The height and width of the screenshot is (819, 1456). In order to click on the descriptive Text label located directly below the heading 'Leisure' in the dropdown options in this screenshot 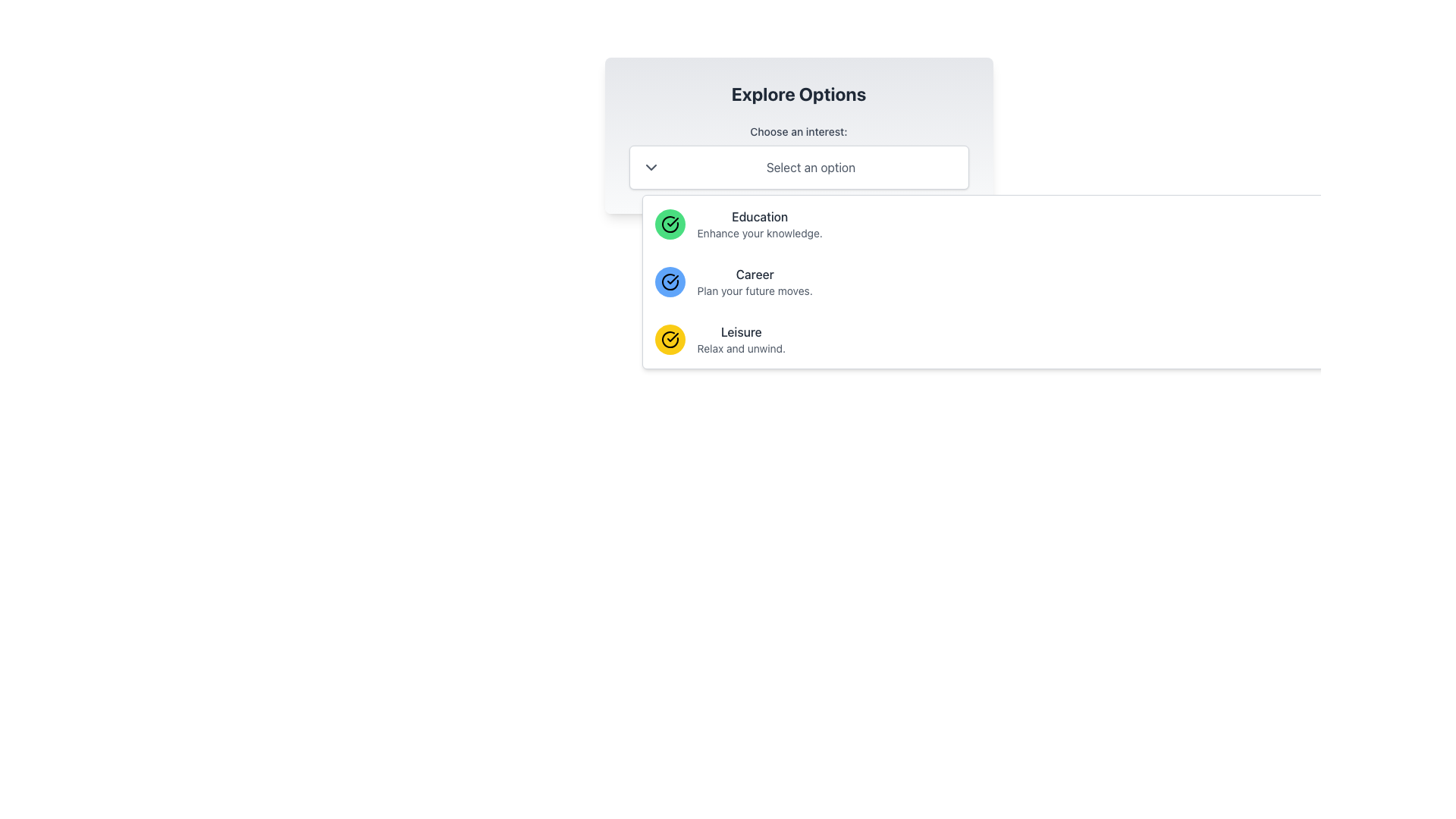, I will do `click(741, 348)`.